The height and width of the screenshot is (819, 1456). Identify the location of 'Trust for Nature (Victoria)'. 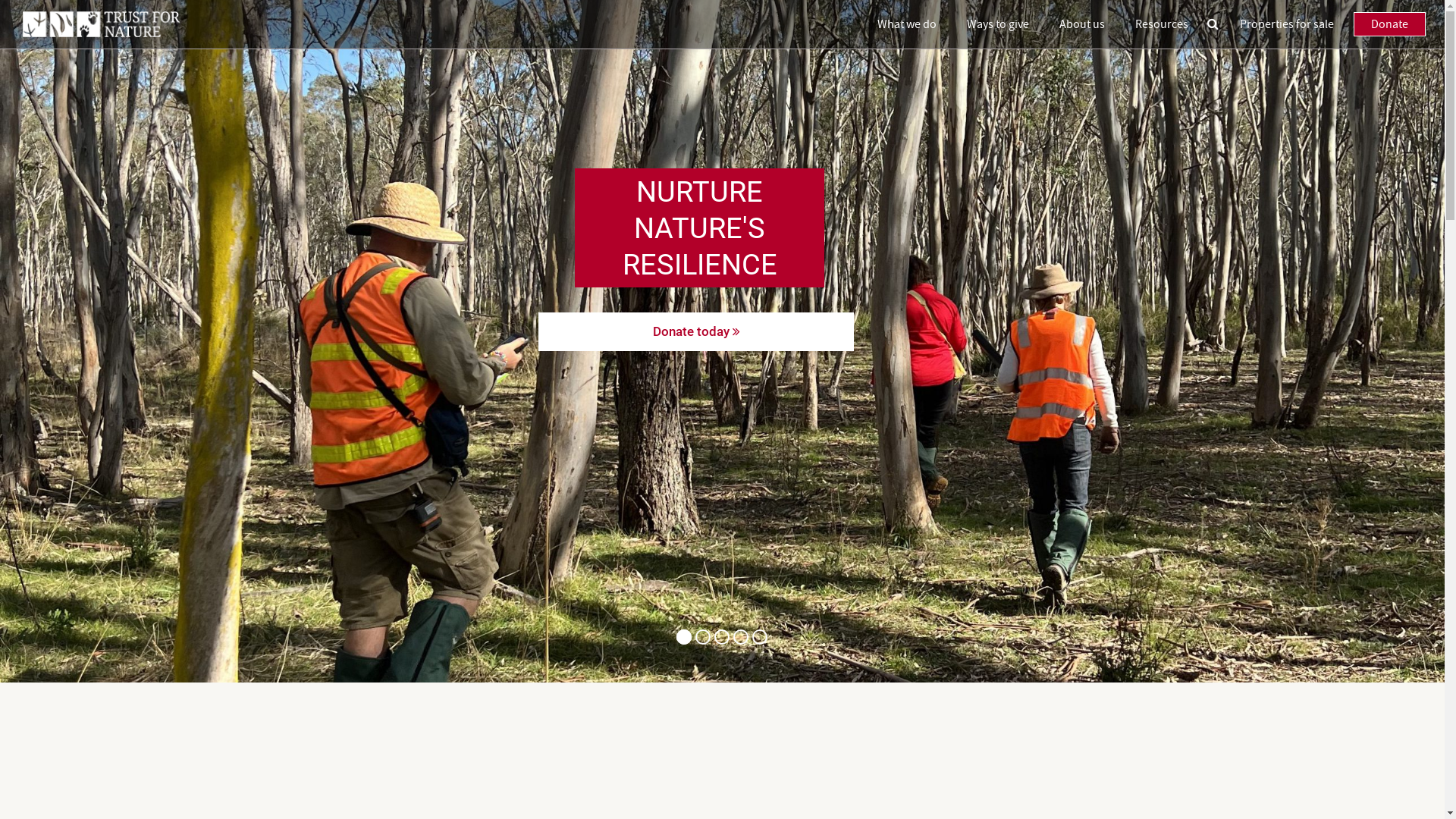
(101, 24).